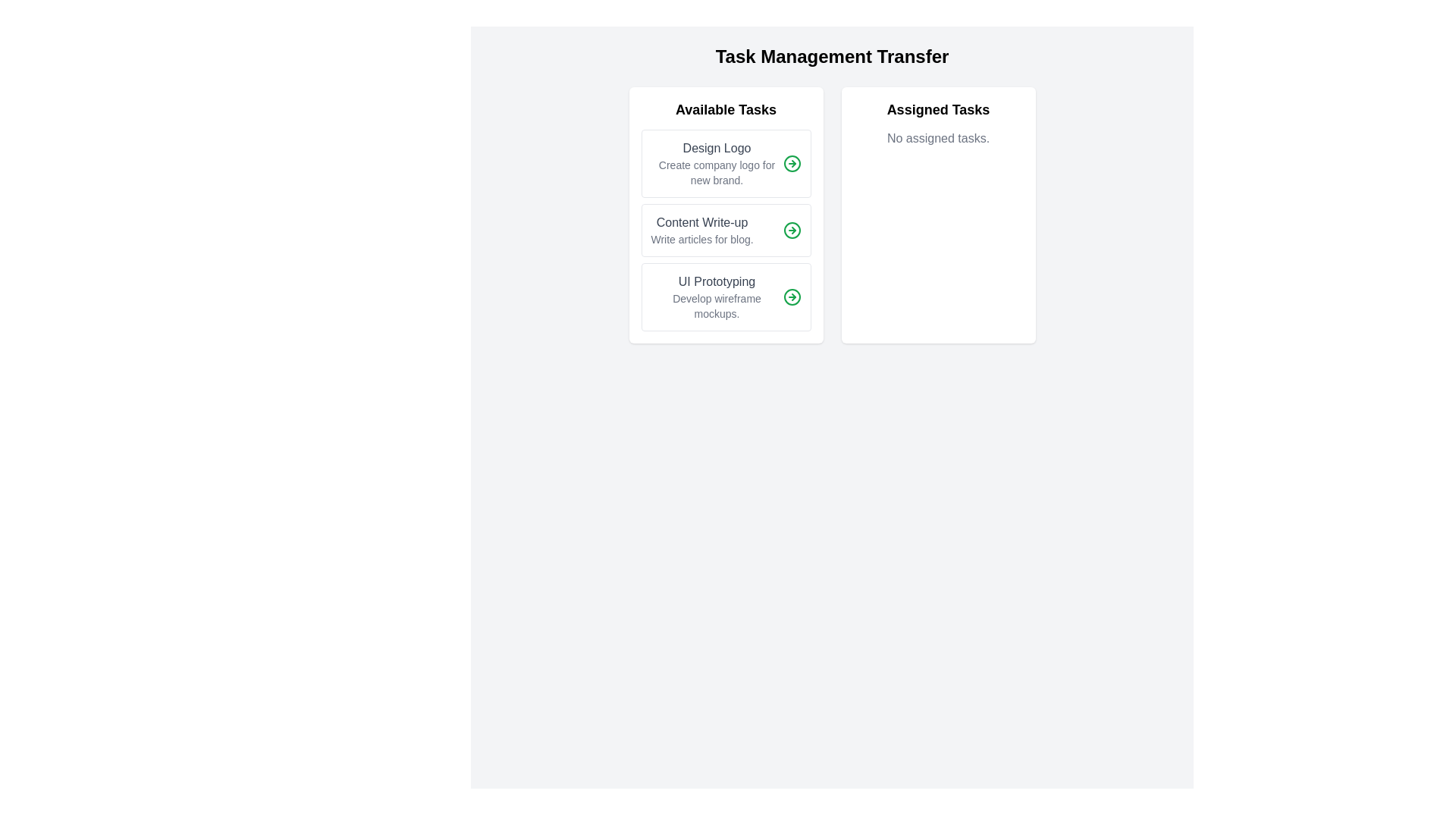  I want to click on the text label that presents the title of a task, located in the 'Available Tasks' section, specifically the third card below 'Content Write-up' and above 'Develop wireframe mockups.', so click(716, 281).